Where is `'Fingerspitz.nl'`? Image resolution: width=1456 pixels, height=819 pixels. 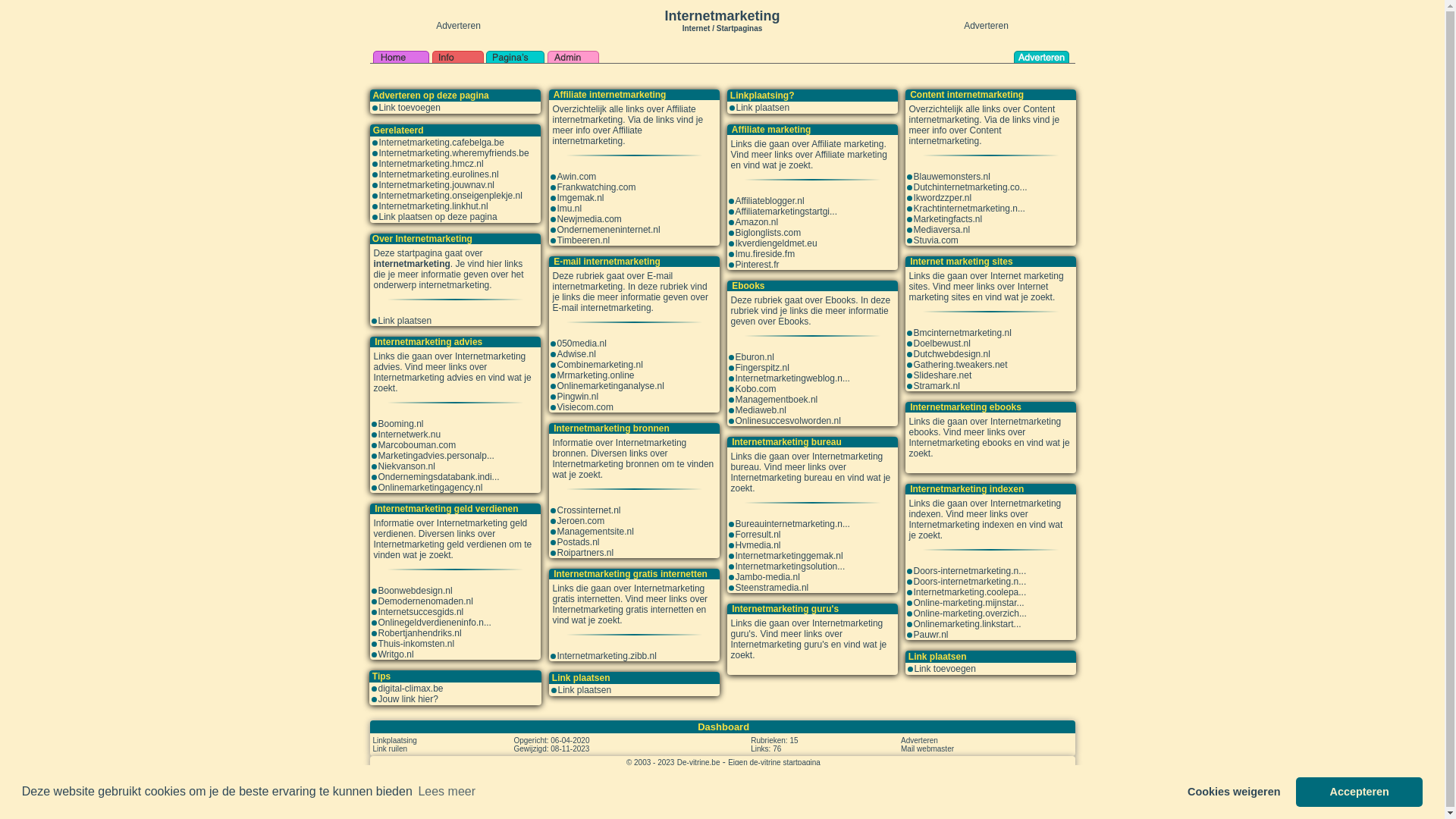 'Fingerspitz.nl' is located at coordinates (762, 368).